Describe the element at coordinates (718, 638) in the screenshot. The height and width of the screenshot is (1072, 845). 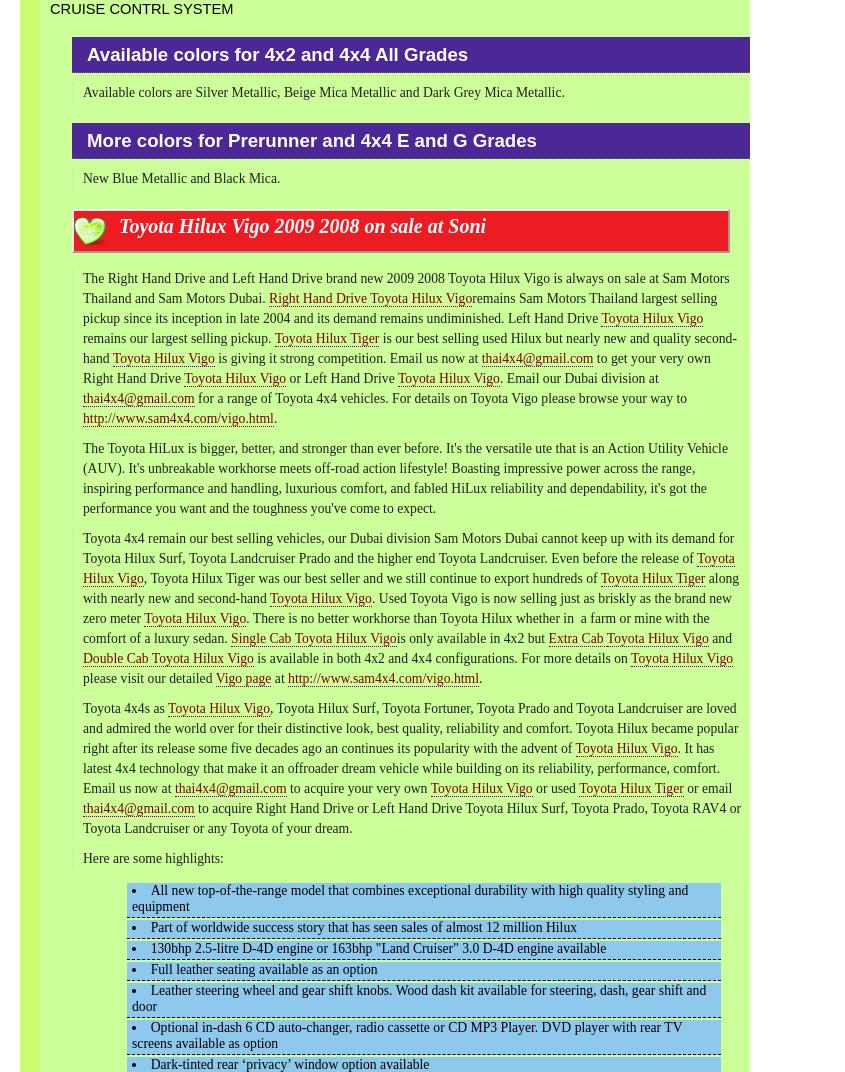
I see `'and'` at that location.